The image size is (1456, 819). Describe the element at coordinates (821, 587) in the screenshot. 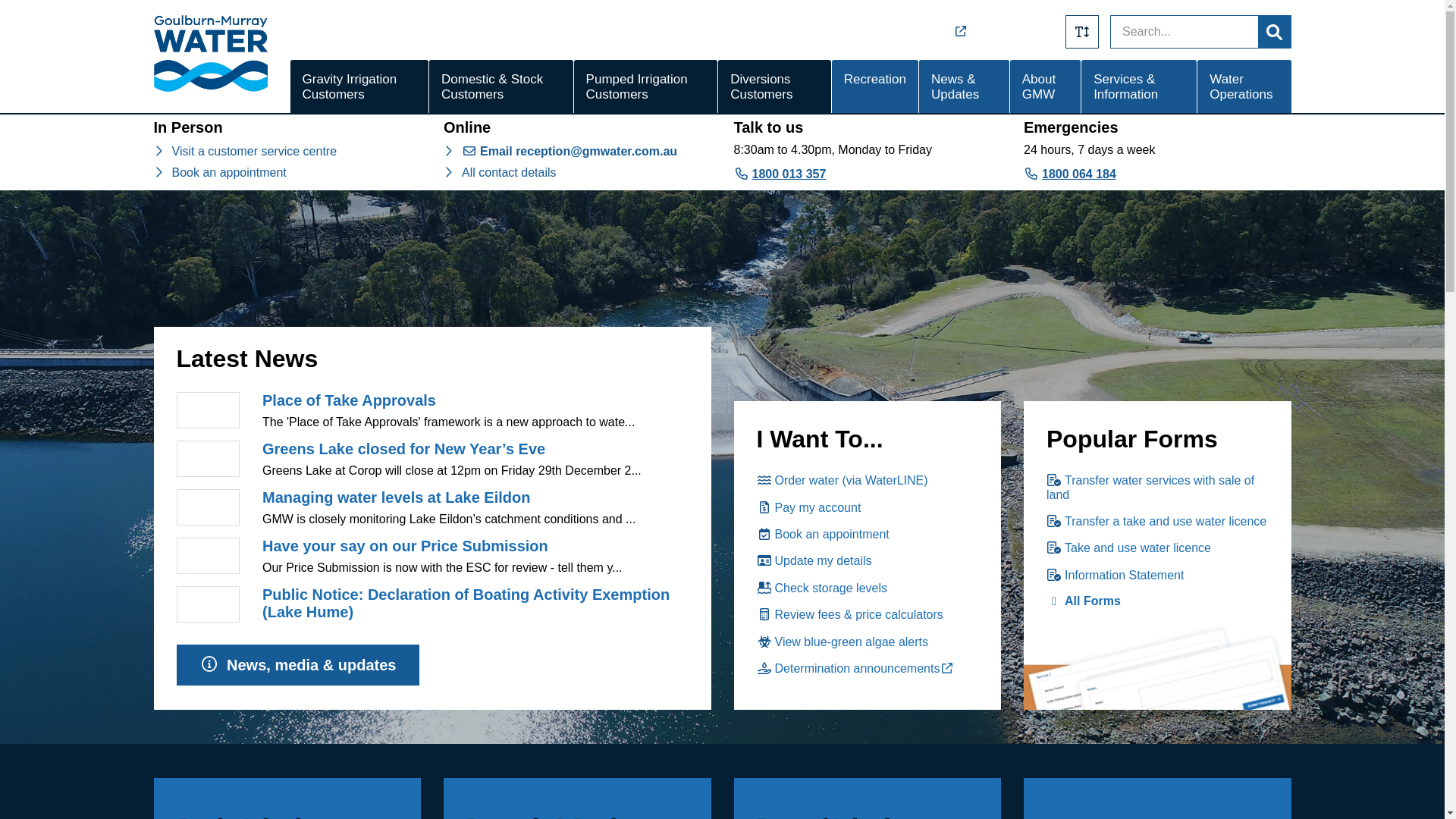

I see `'Check storage levels'` at that location.